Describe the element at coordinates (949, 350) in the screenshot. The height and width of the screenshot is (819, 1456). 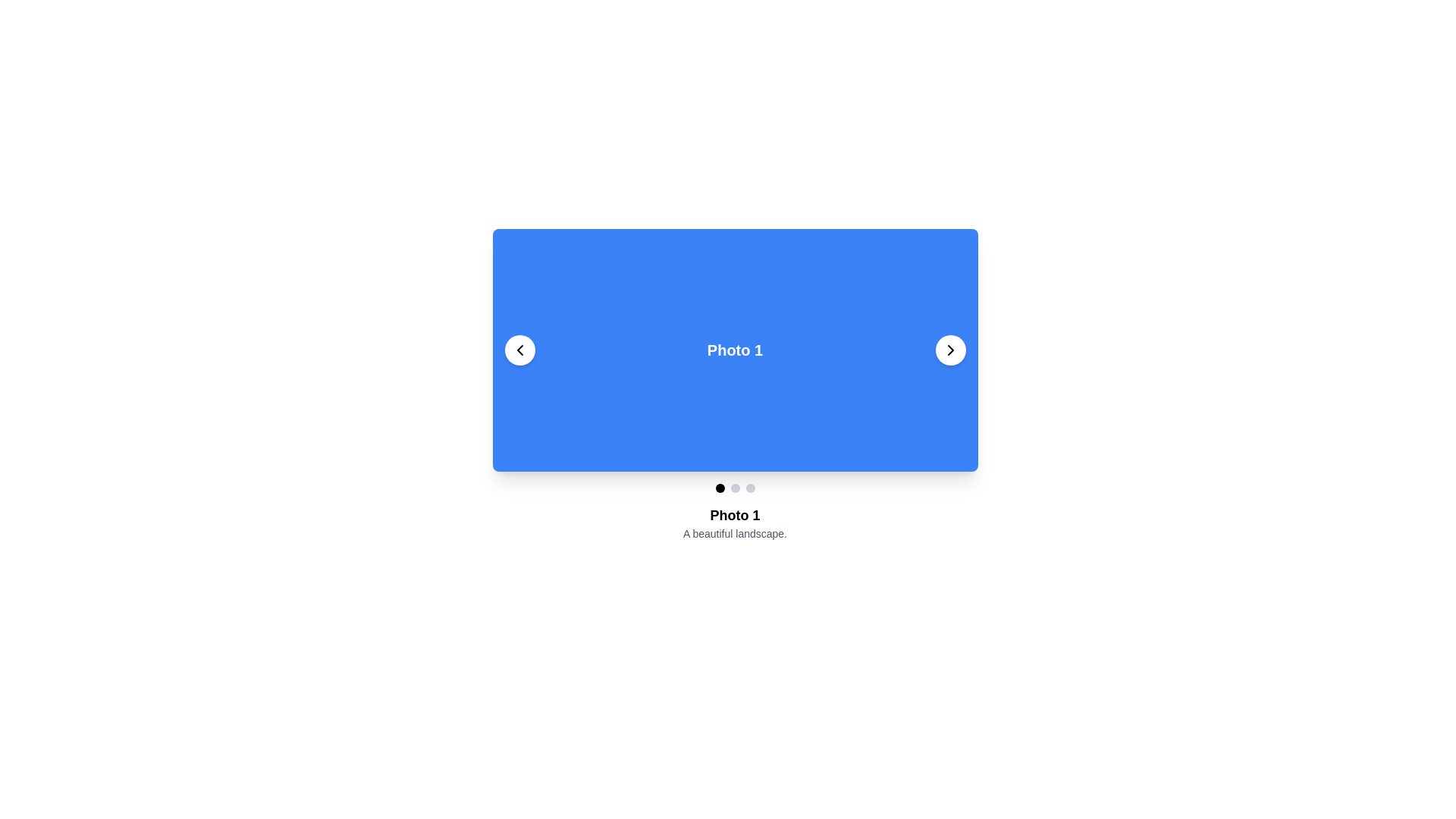
I see `the arrow navigation button located at the far right side of the blue overlay with the title 'Photo 1'` at that location.